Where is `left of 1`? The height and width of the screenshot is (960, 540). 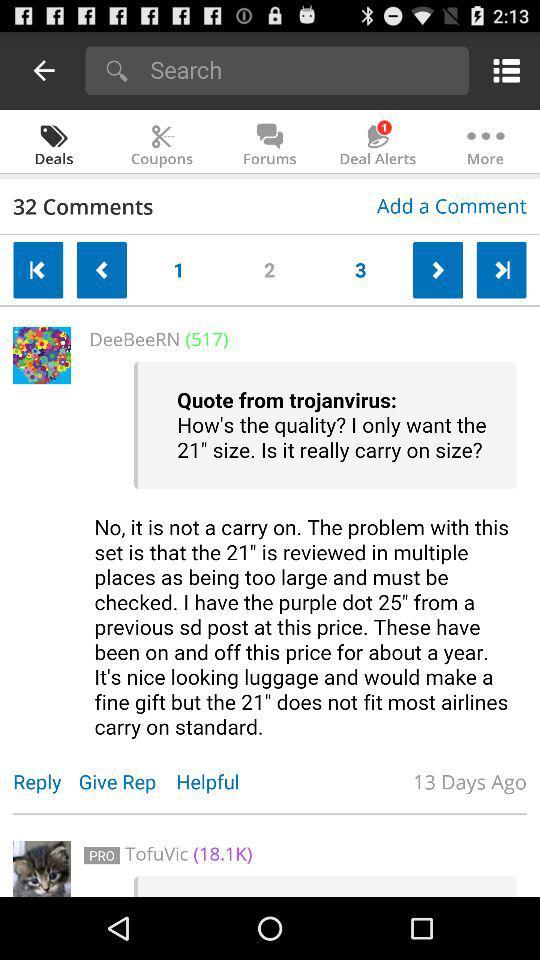
left of 1 is located at coordinates (102, 269).